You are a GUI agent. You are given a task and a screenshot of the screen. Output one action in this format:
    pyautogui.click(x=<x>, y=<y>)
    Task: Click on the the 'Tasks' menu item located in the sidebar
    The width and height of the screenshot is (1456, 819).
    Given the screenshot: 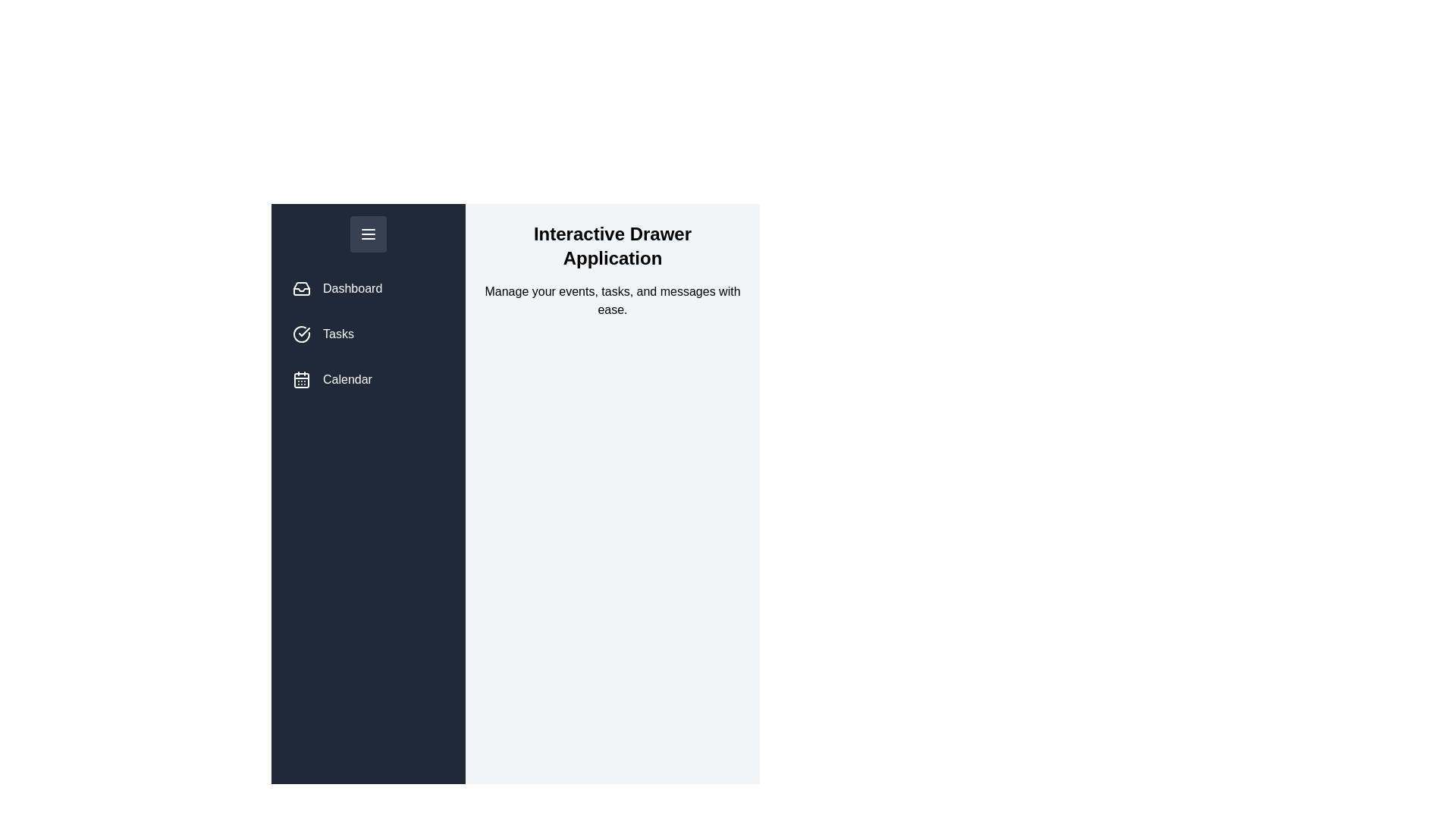 What is the action you would take?
    pyautogui.click(x=368, y=307)
    